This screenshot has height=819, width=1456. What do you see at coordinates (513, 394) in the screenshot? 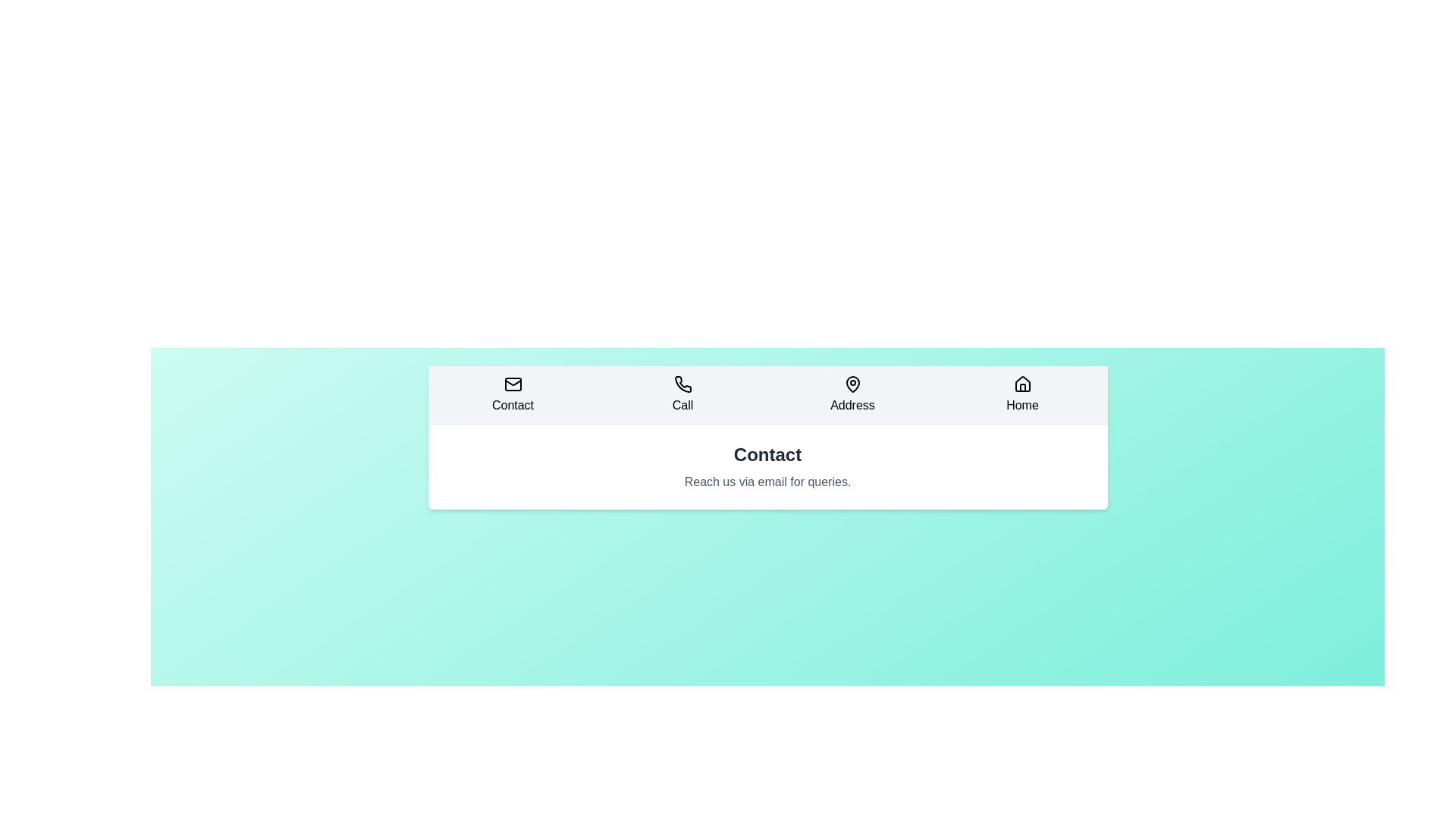
I see `the tab labeled Contact` at bounding box center [513, 394].